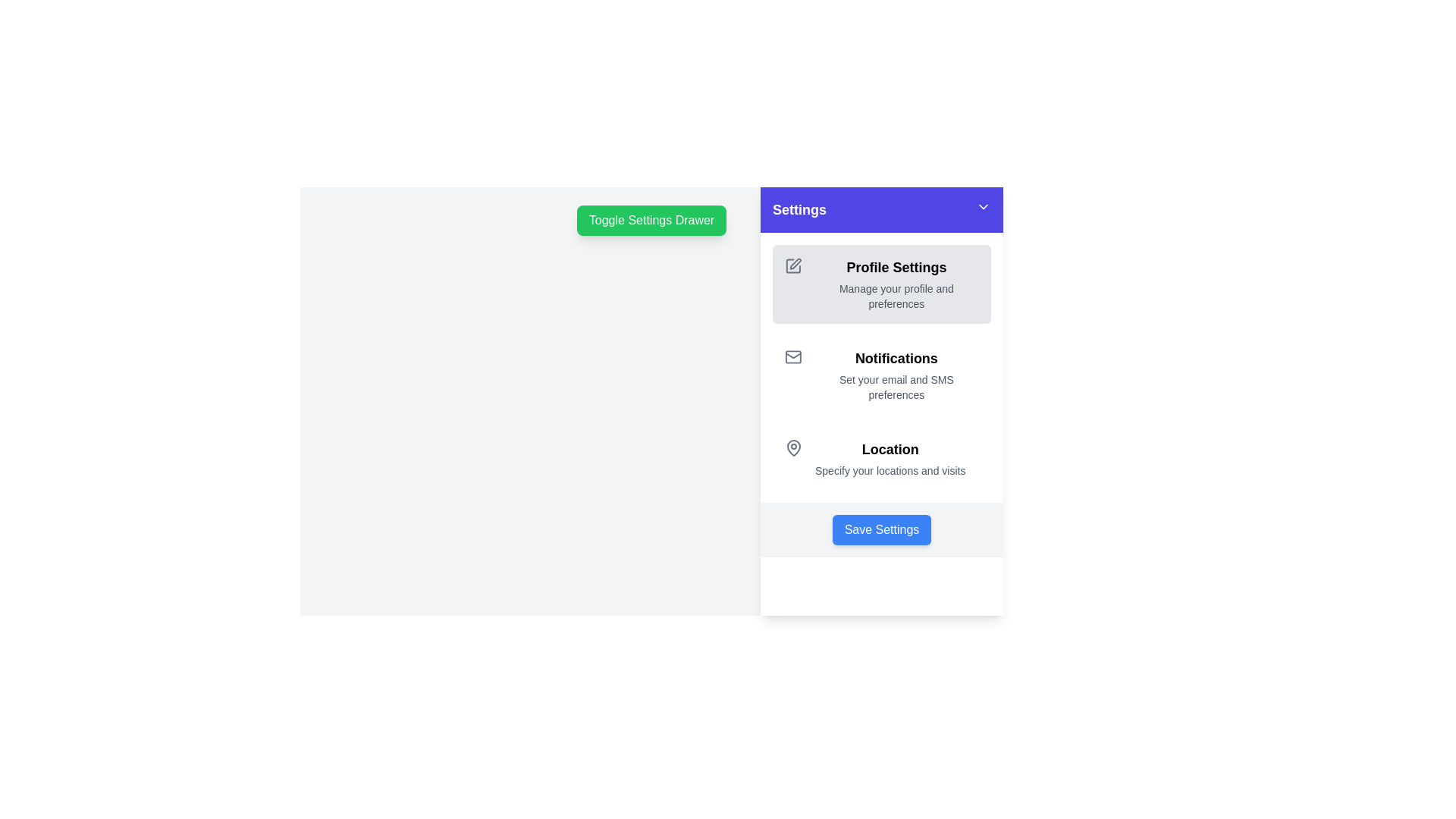 This screenshot has width=1456, height=819. Describe the element at coordinates (881, 529) in the screenshot. I see `the save changes button located at the bottom center of the settings panel` at that location.